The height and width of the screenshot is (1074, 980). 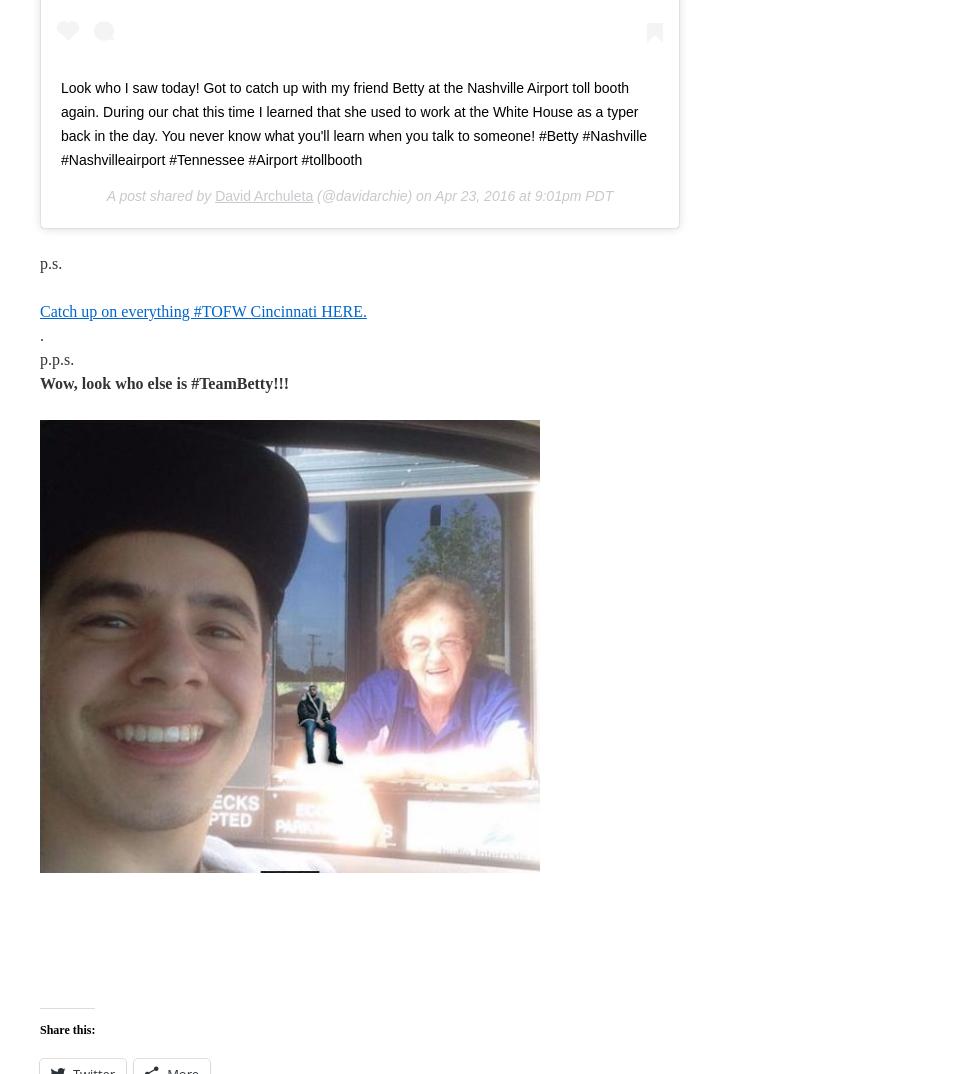 What do you see at coordinates (50, 261) in the screenshot?
I see `'p.s.'` at bounding box center [50, 261].